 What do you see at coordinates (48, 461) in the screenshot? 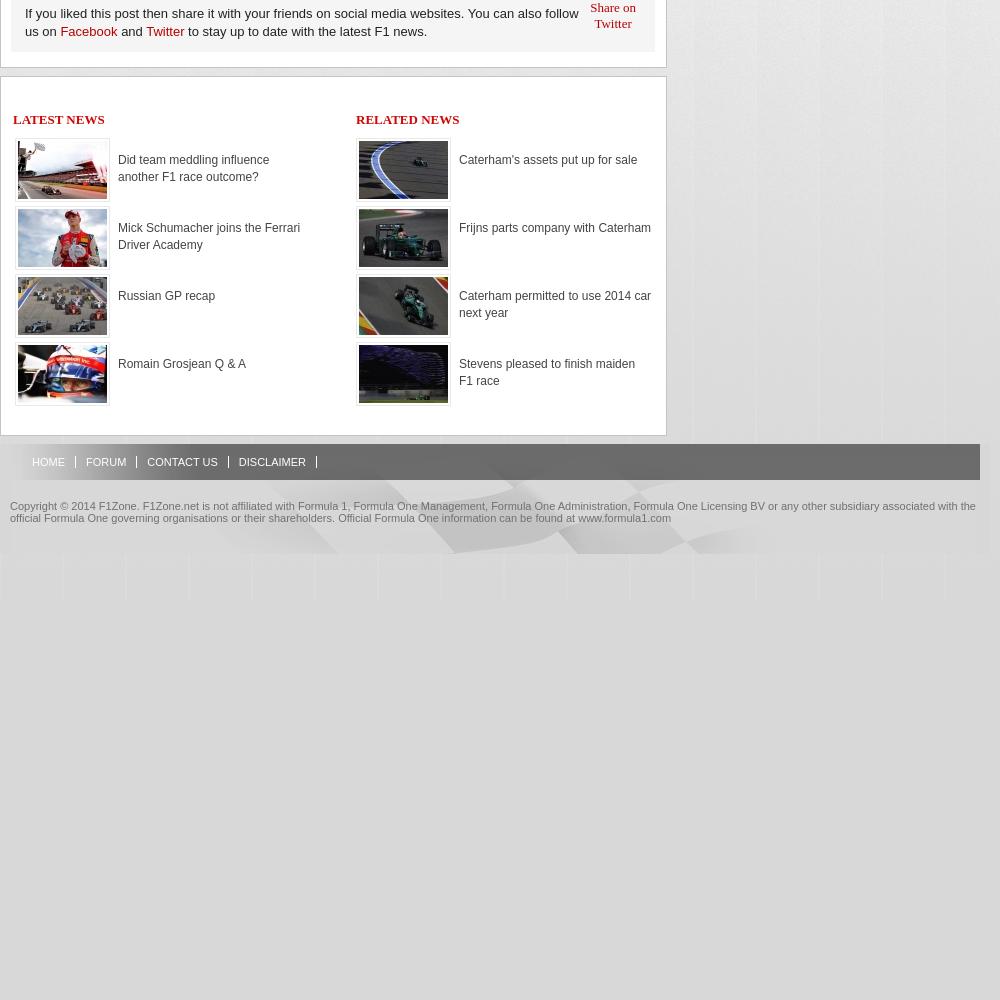
I see `'Home'` at bounding box center [48, 461].